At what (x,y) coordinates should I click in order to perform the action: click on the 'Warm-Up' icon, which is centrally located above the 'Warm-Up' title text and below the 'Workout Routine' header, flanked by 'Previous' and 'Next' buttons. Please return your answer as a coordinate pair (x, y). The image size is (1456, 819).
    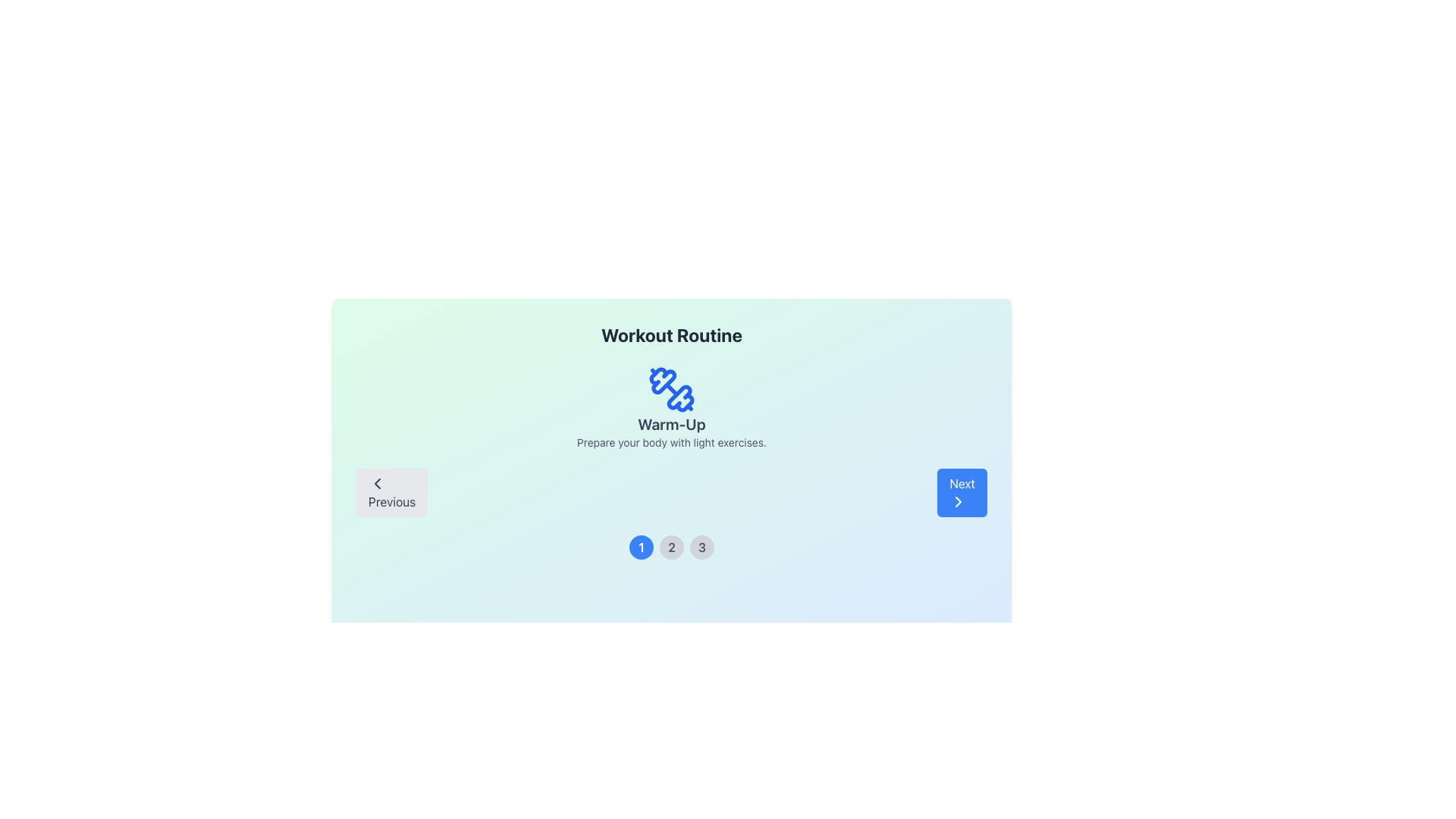
    Looking at the image, I should click on (671, 388).